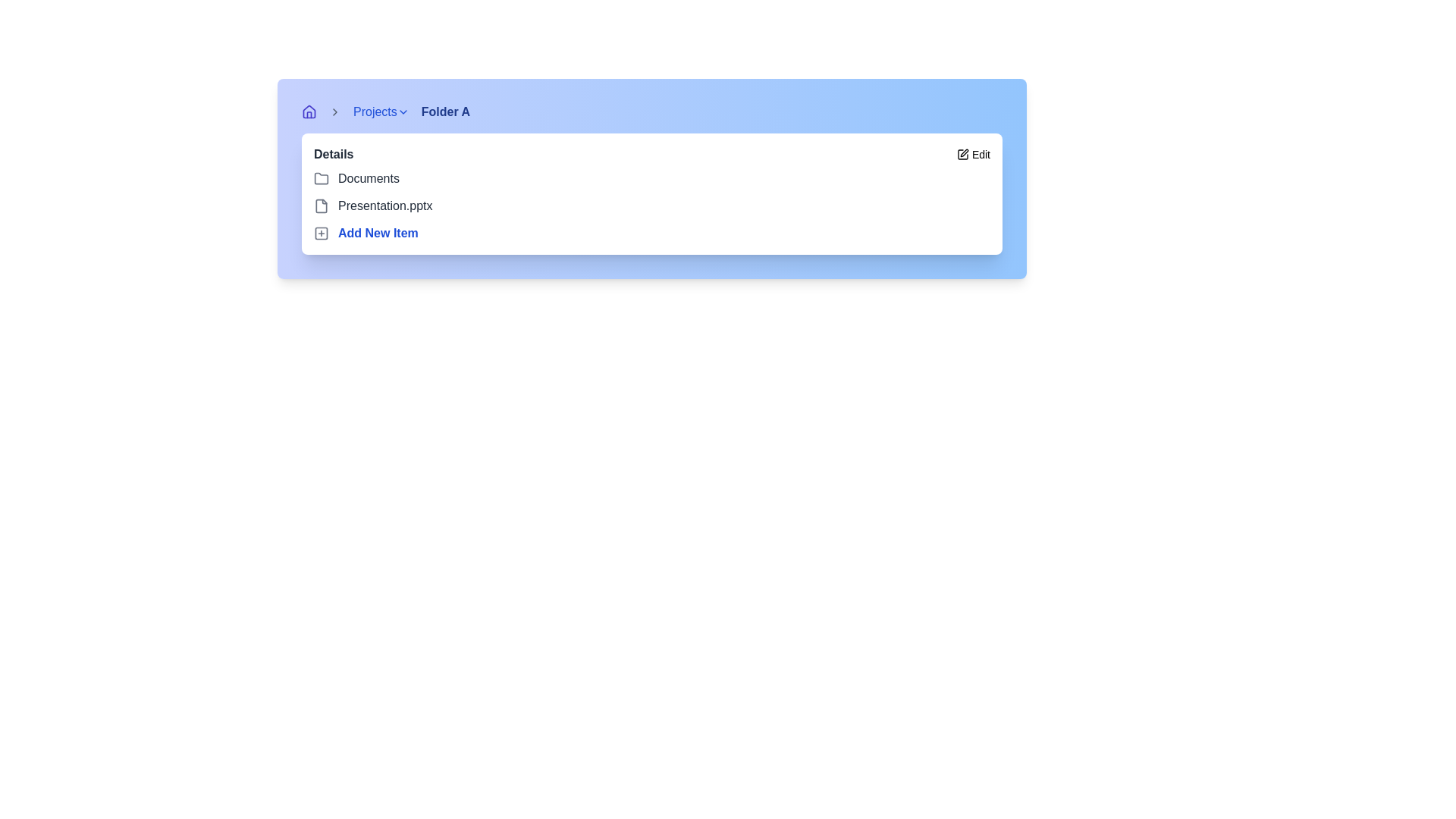  Describe the element at coordinates (963, 152) in the screenshot. I see `the static edit icon located in the top-right section of the white card interface, adjacent to the 'Edit' label` at that location.